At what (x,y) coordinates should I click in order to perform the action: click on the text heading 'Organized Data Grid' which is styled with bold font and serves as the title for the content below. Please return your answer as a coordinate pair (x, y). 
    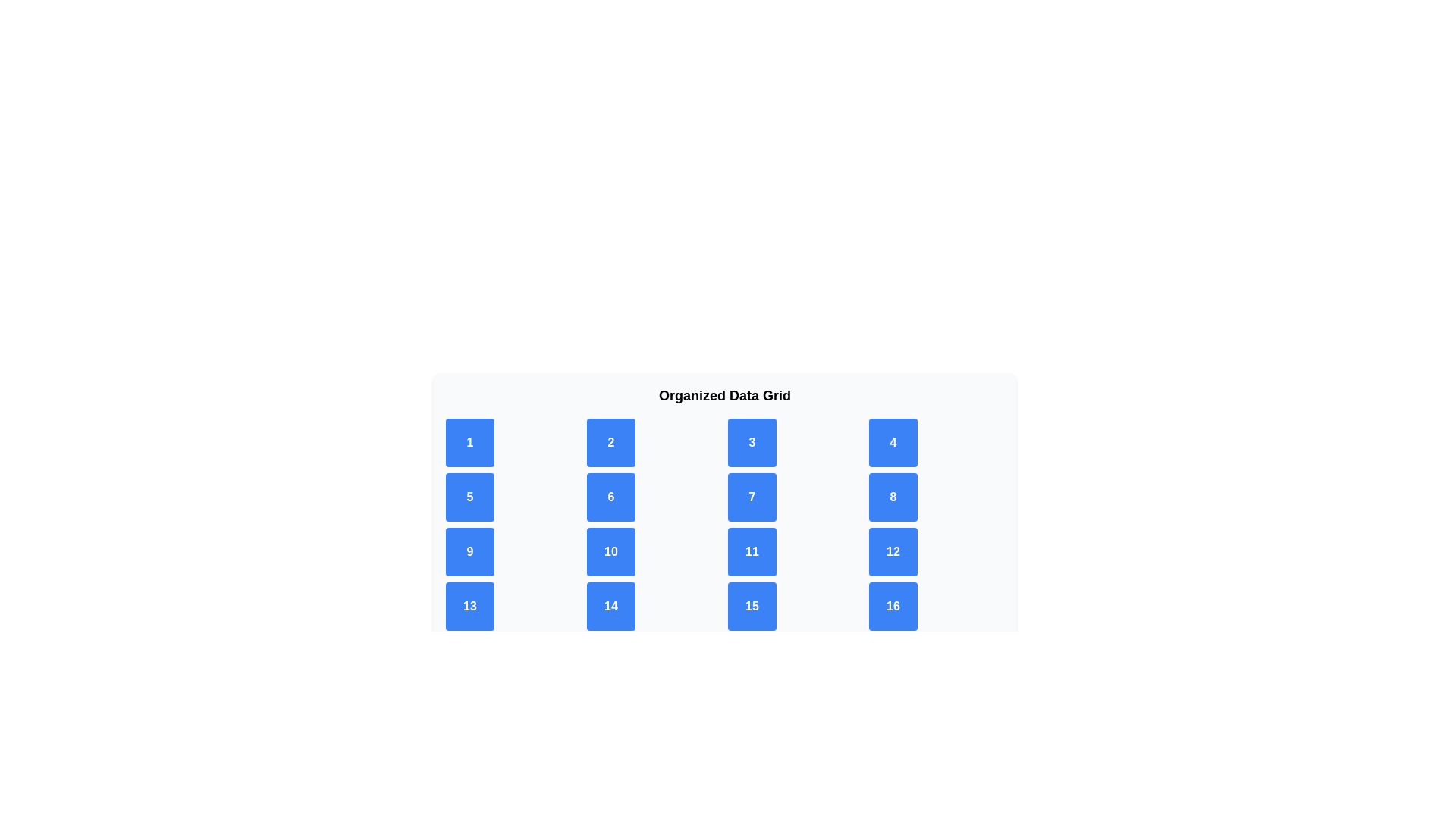
    Looking at the image, I should click on (723, 394).